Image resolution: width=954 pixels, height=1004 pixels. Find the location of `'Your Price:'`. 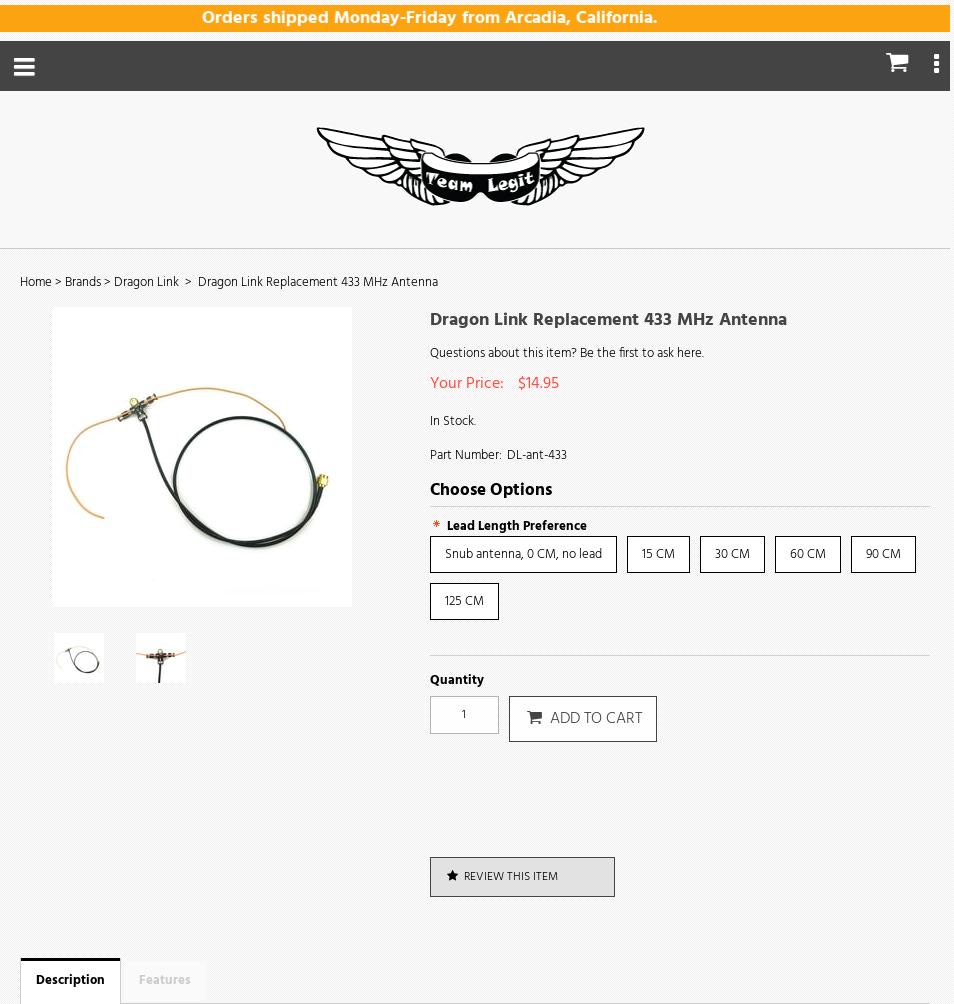

'Your Price:' is located at coordinates (468, 383).